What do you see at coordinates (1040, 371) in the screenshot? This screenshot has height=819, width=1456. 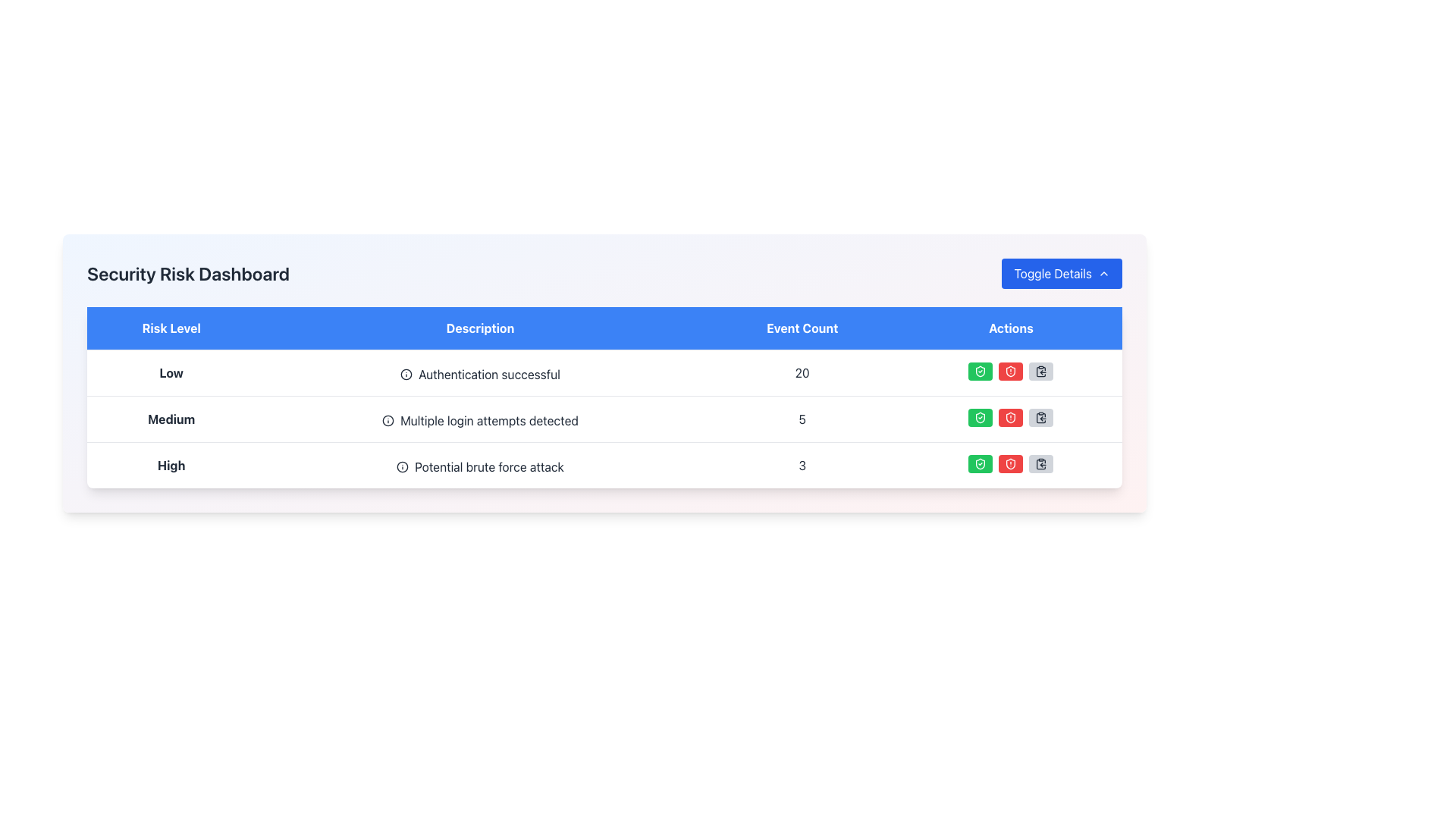 I see `the copy icon located in the 'Actions' column of the third row, associated with the row labeled 'Low'` at bounding box center [1040, 371].